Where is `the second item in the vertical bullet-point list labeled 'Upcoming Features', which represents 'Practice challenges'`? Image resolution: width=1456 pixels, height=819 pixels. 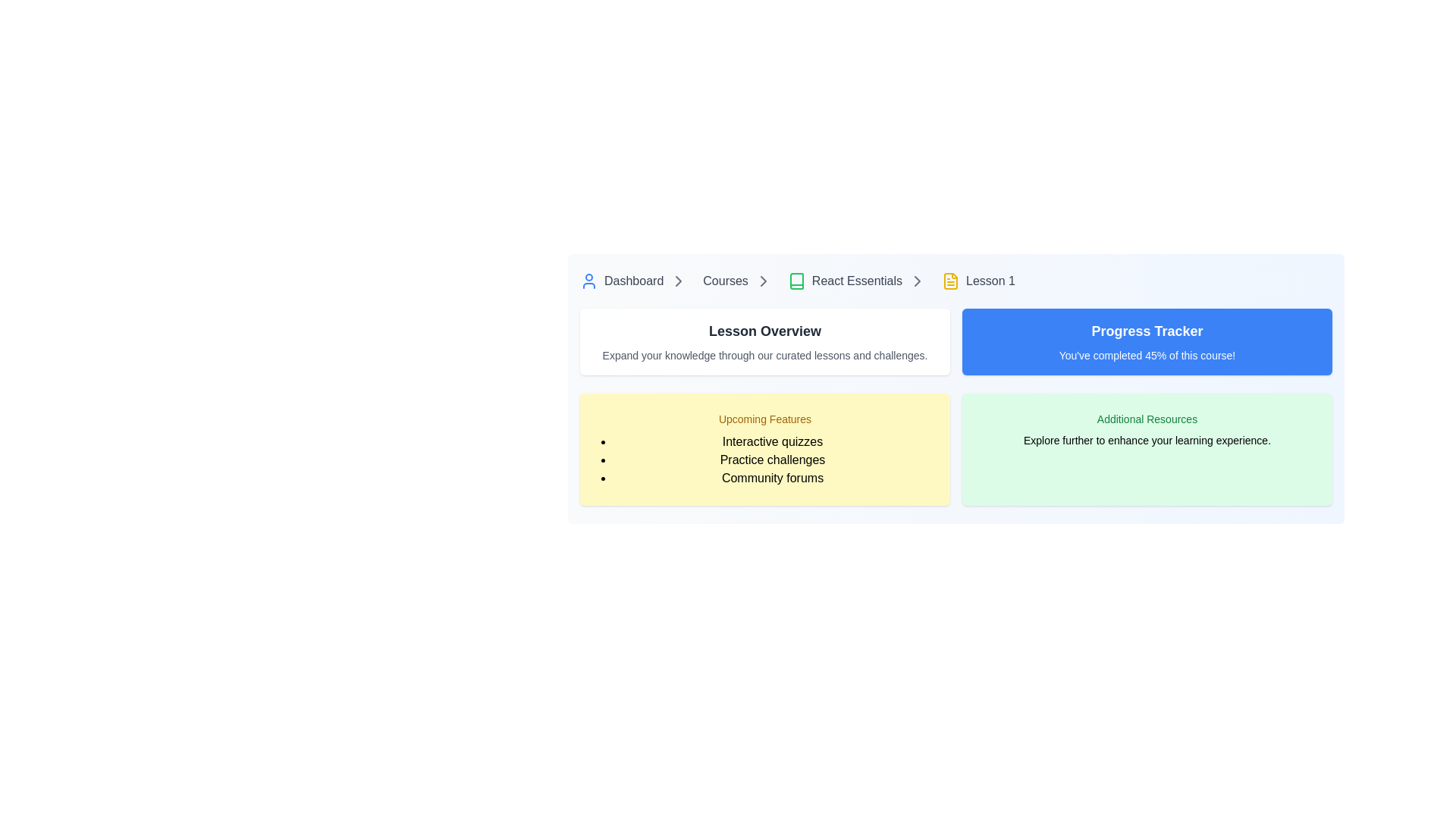 the second item in the vertical bullet-point list labeled 'Upcoming Features', which represents 'Practice challenges' is located at coordinates (772, 459).